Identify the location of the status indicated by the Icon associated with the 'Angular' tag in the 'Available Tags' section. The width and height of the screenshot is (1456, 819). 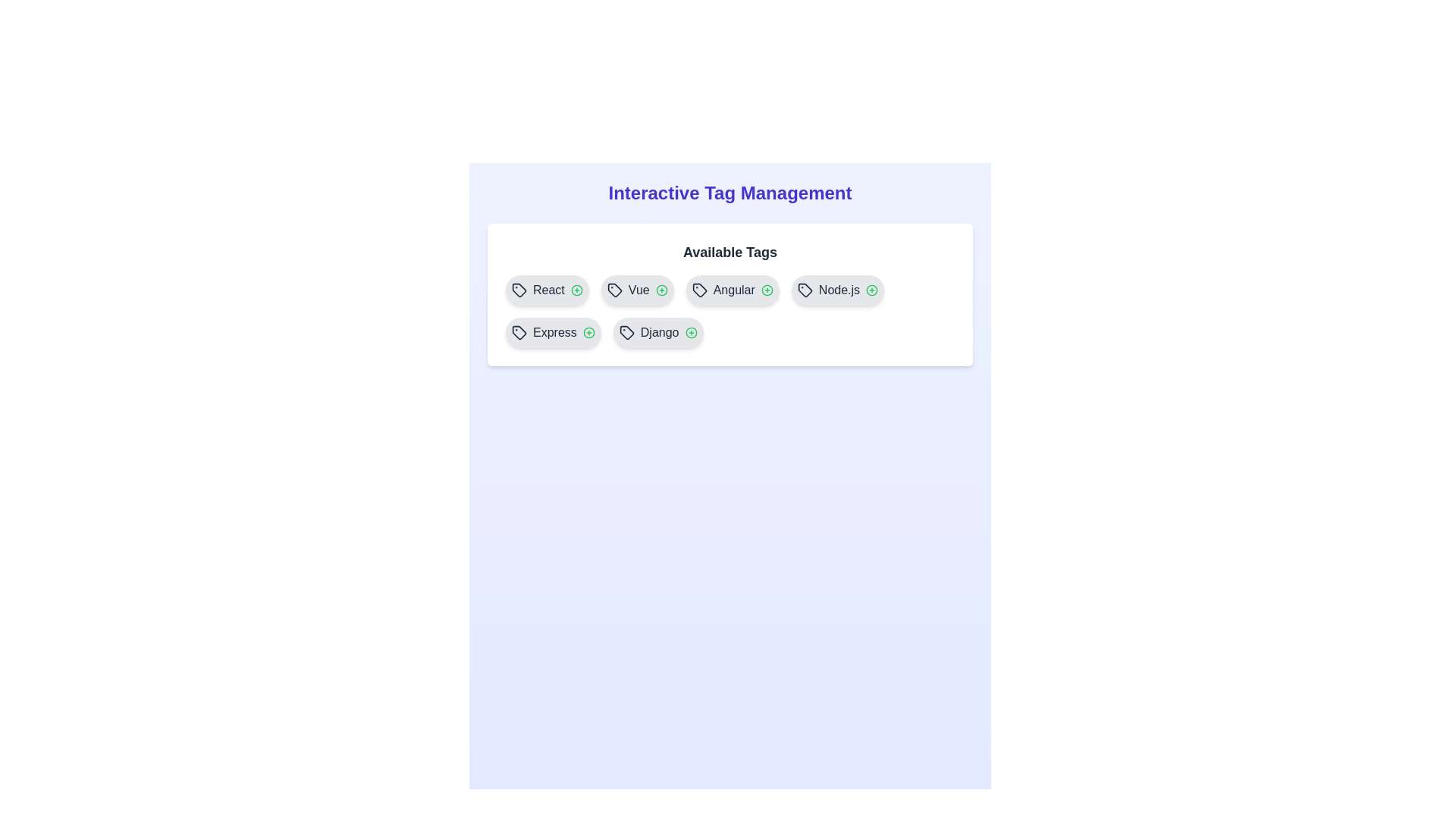
(767, 290).